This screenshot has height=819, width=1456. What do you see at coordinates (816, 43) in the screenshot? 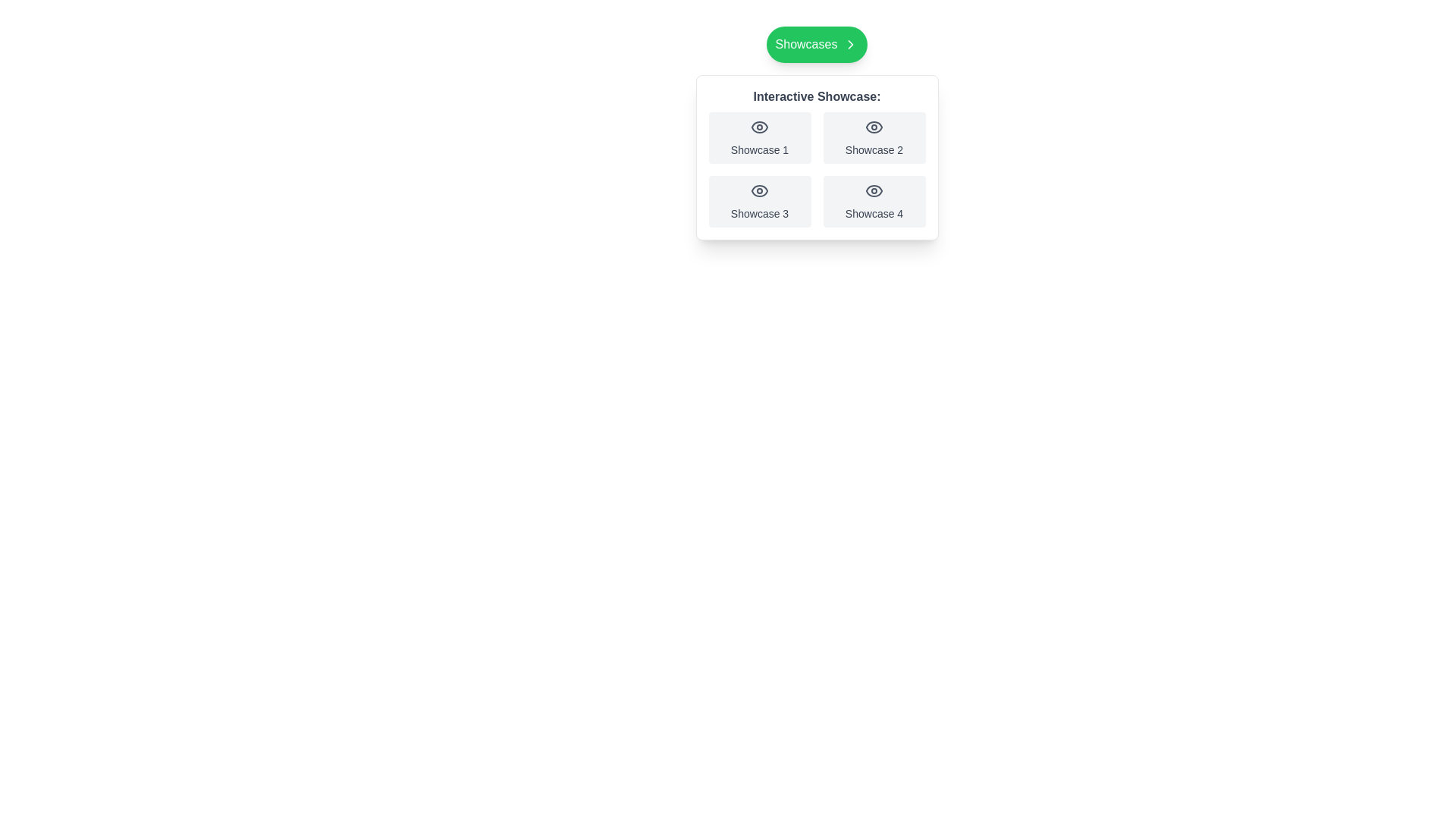
I see `the green button labeled 'Showcases' with a right arrow icon` at bounding box center [816, 43].